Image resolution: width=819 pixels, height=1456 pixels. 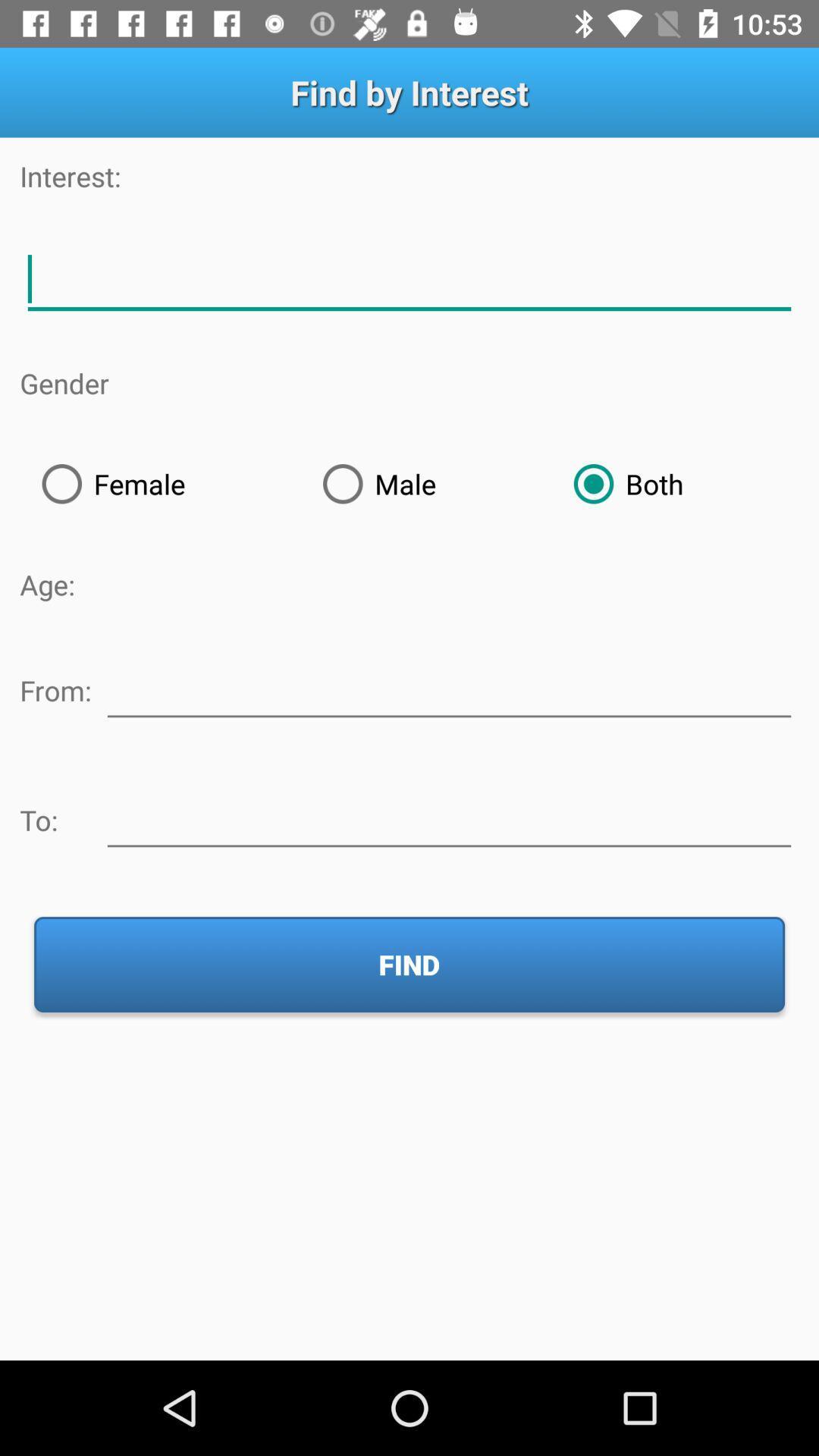 What do you see at coordinates (160, 483) in the screenshot?
I see `the item to the left of the male radio button` at bounding box center [160, 483].